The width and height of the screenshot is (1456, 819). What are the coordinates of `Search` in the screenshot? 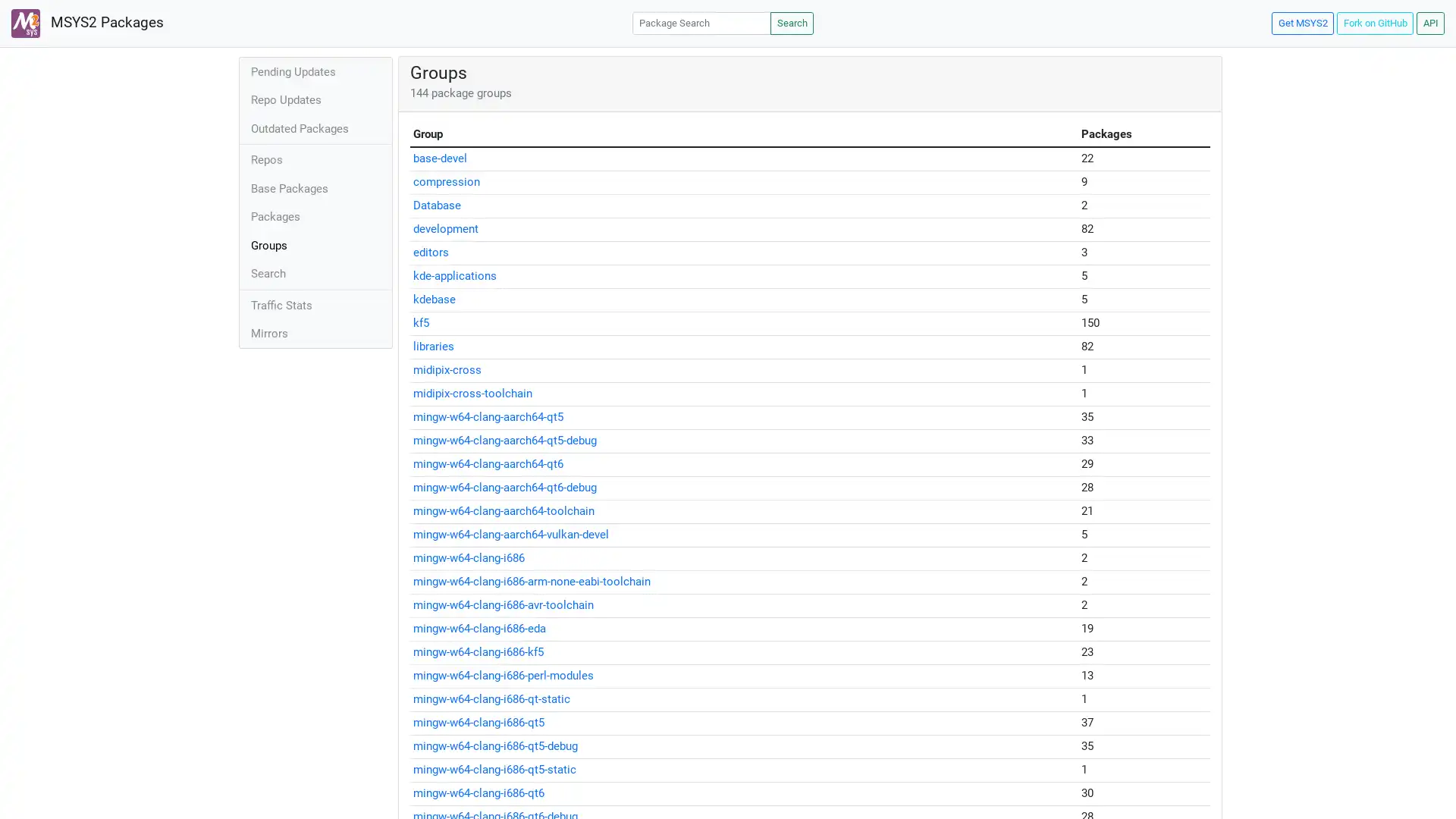 It's located at (791, 23).